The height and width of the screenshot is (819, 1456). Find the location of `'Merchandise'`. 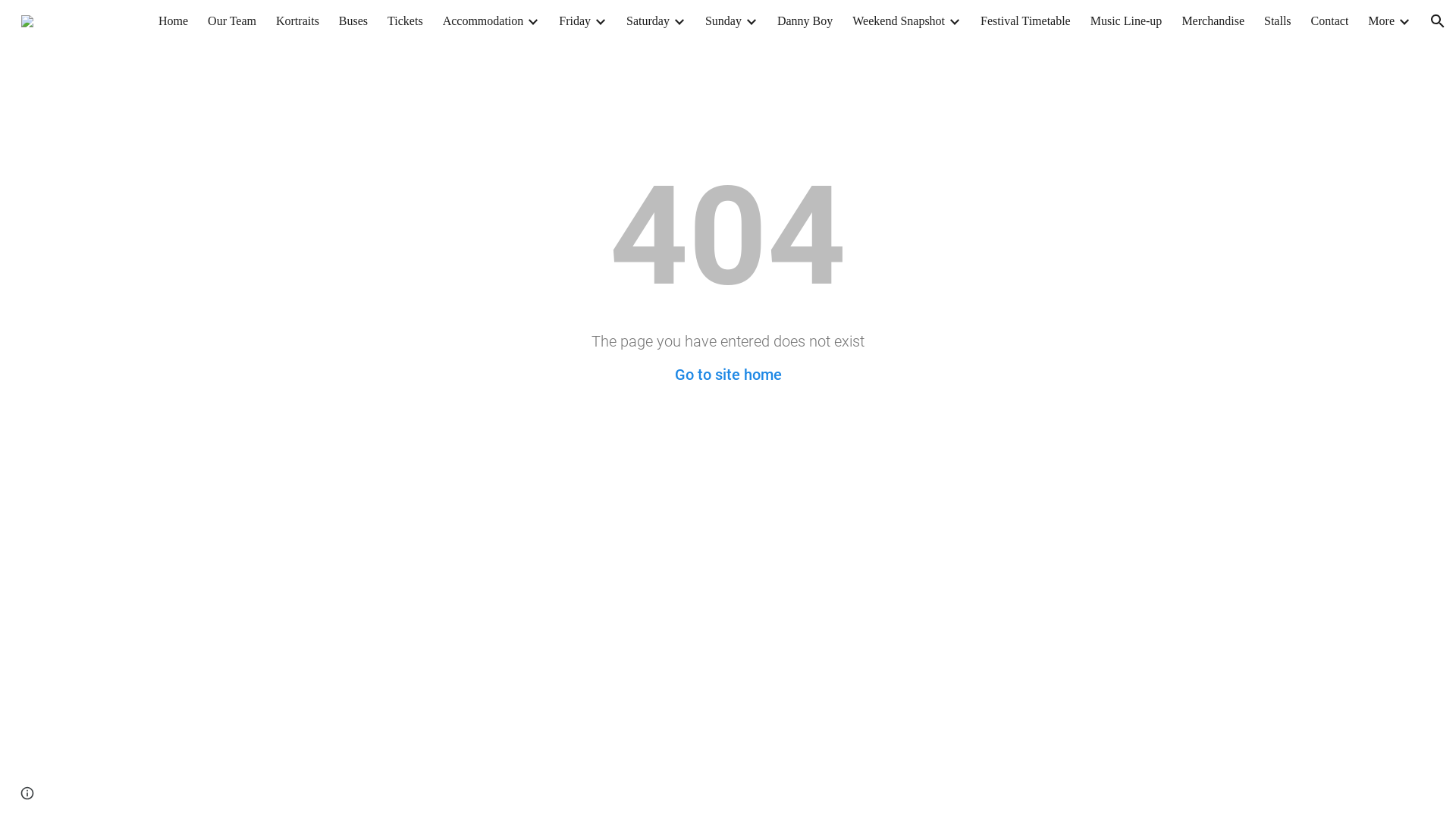

'Merchandise' is located at coordinates (1212, 20).